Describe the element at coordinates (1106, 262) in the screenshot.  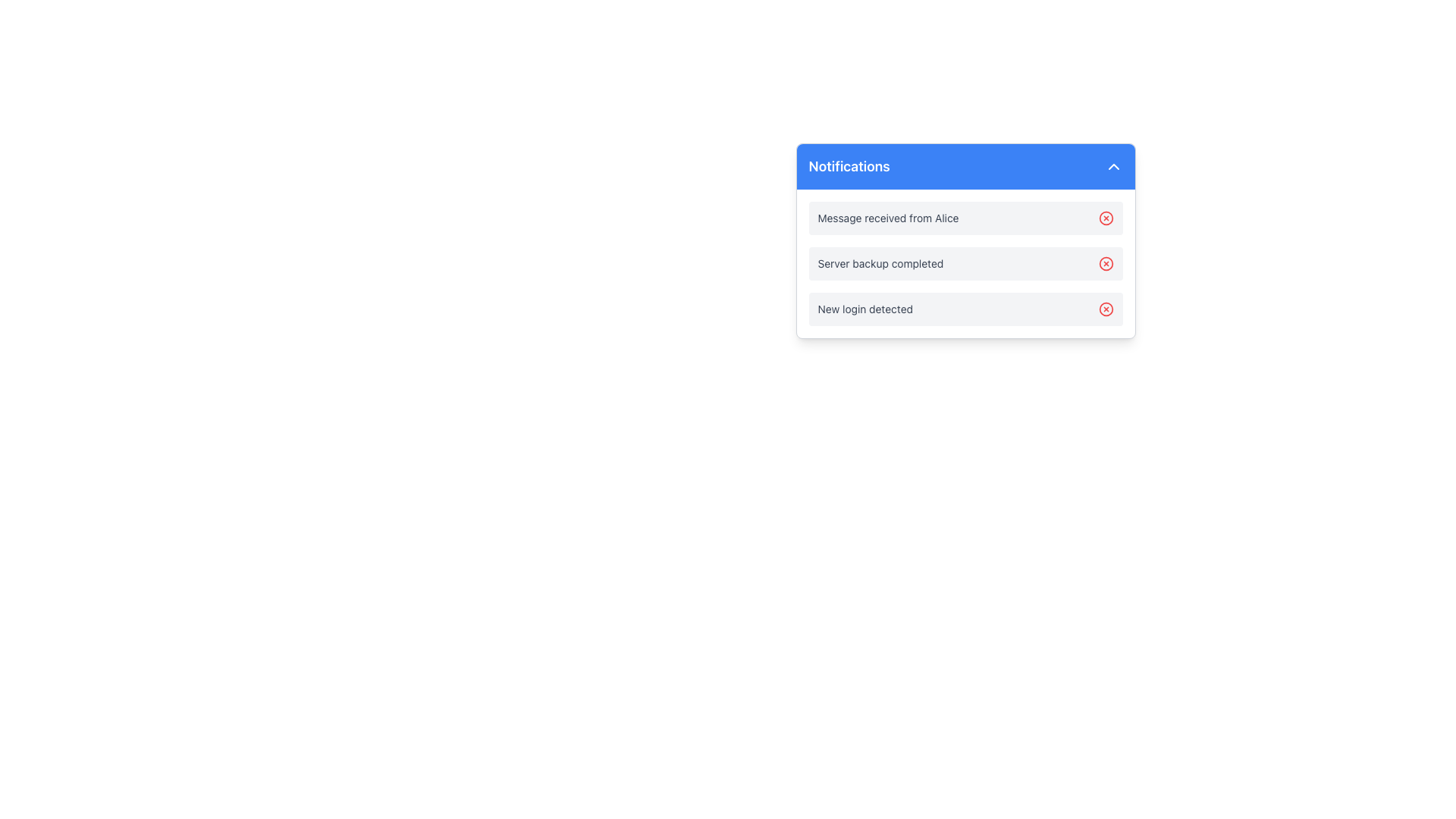
I see `the dismiss button for the second notification labeled 'Server backup completed'` at that location.